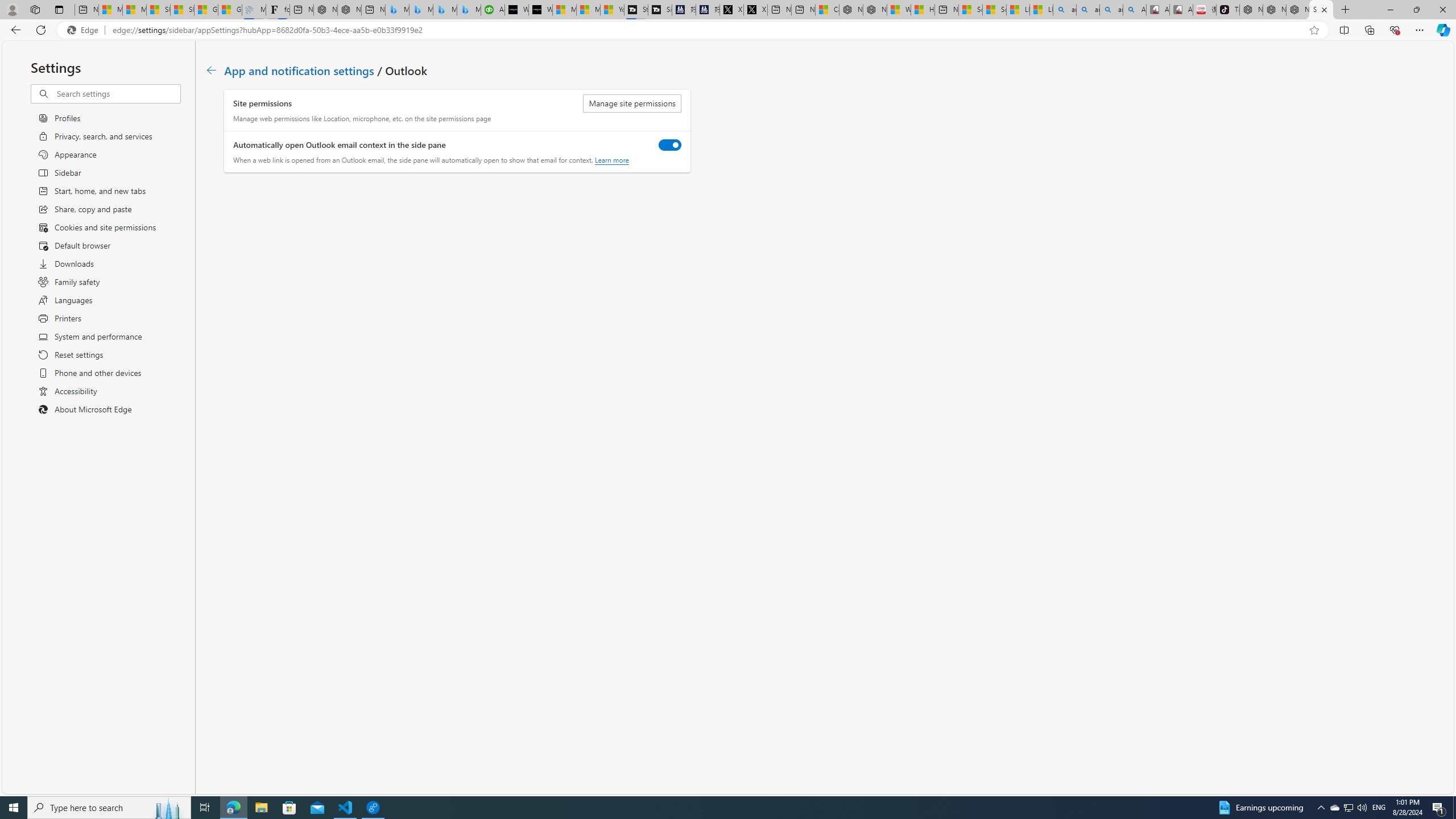  I want to click on 'App and notification settings', so click(299, 69).